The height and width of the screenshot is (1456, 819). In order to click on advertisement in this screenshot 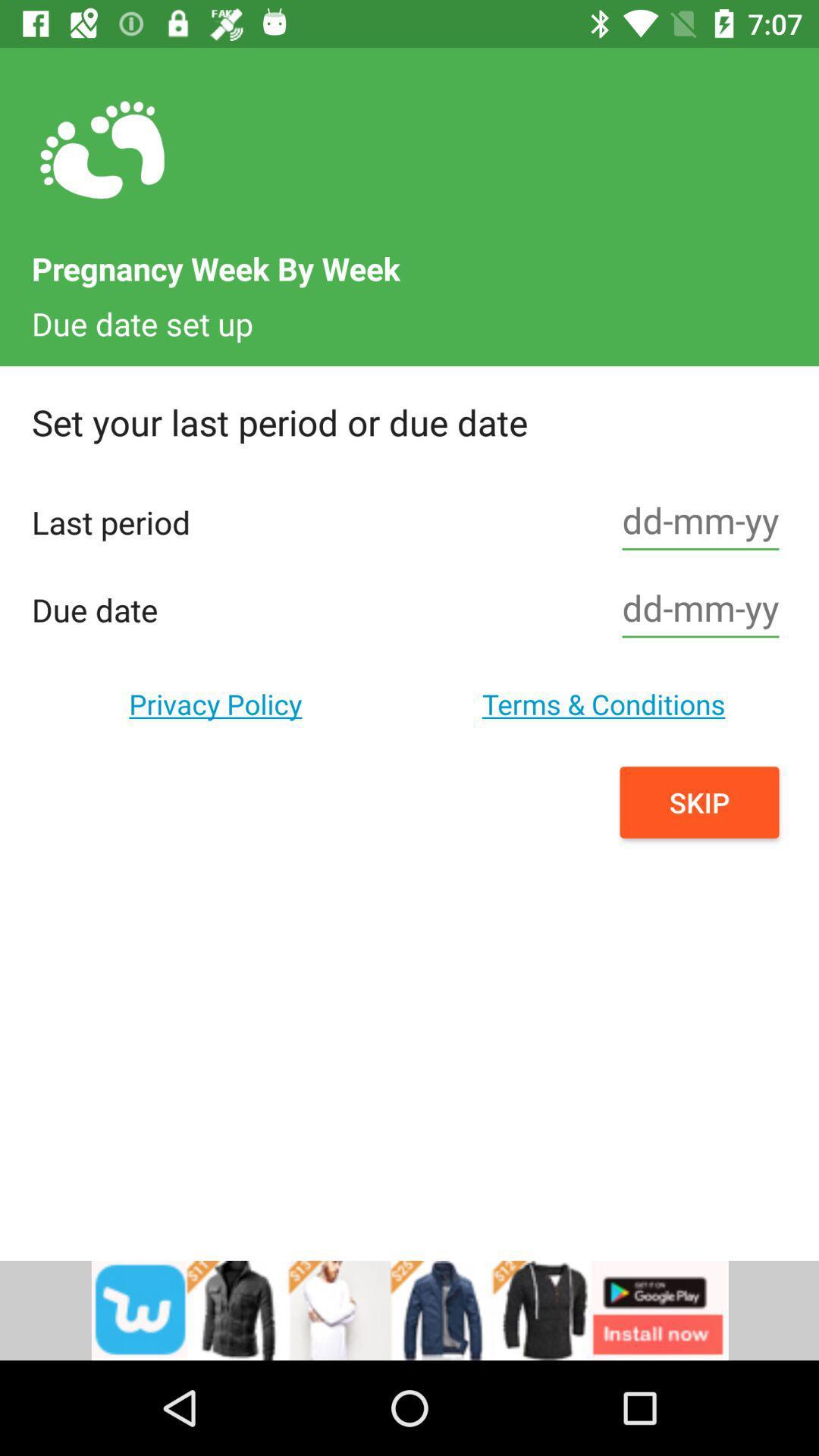, I will do `click(409, 1310)`.